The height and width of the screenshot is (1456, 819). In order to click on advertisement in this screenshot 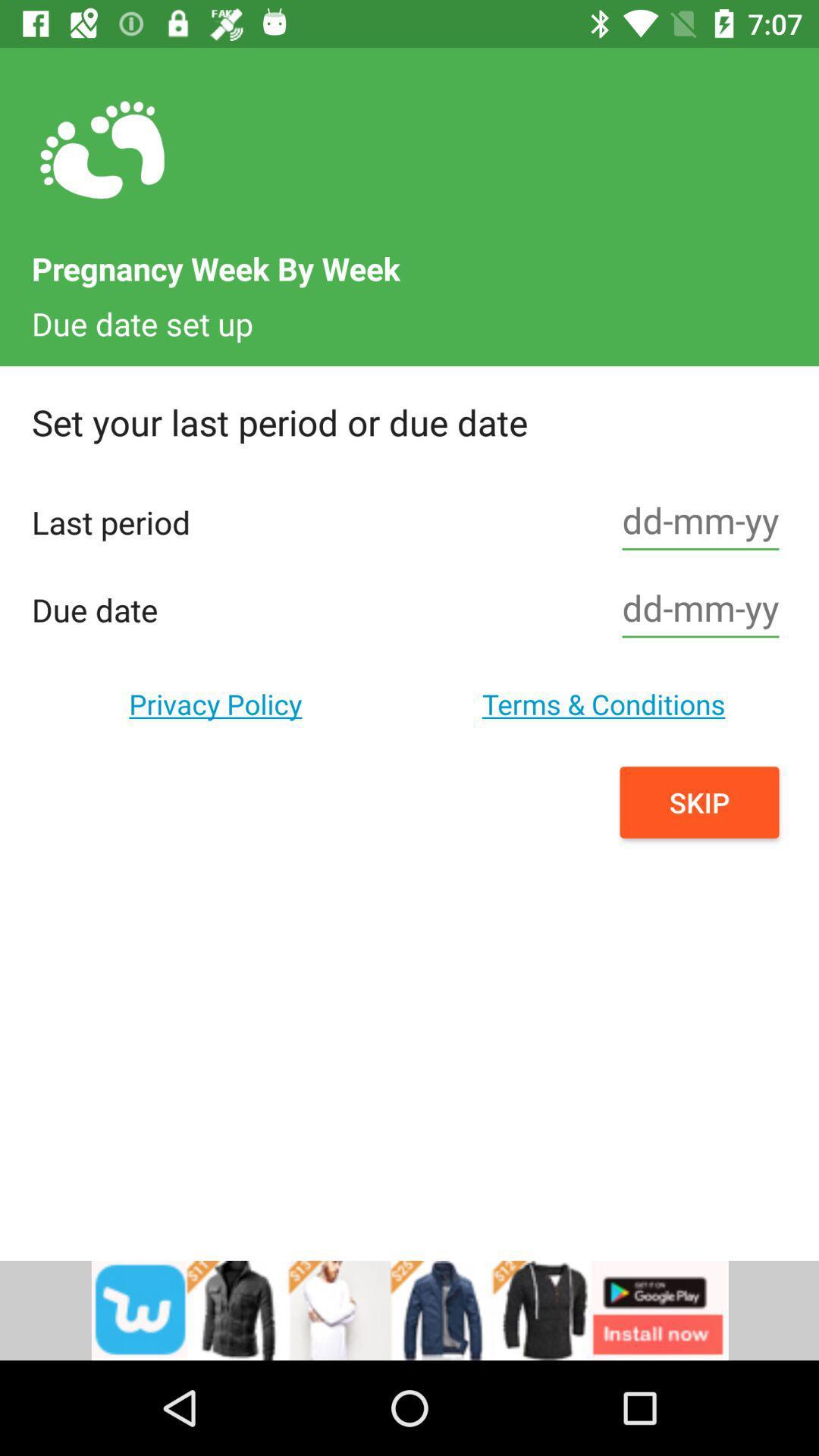, I will do `click(409, 1310)`.